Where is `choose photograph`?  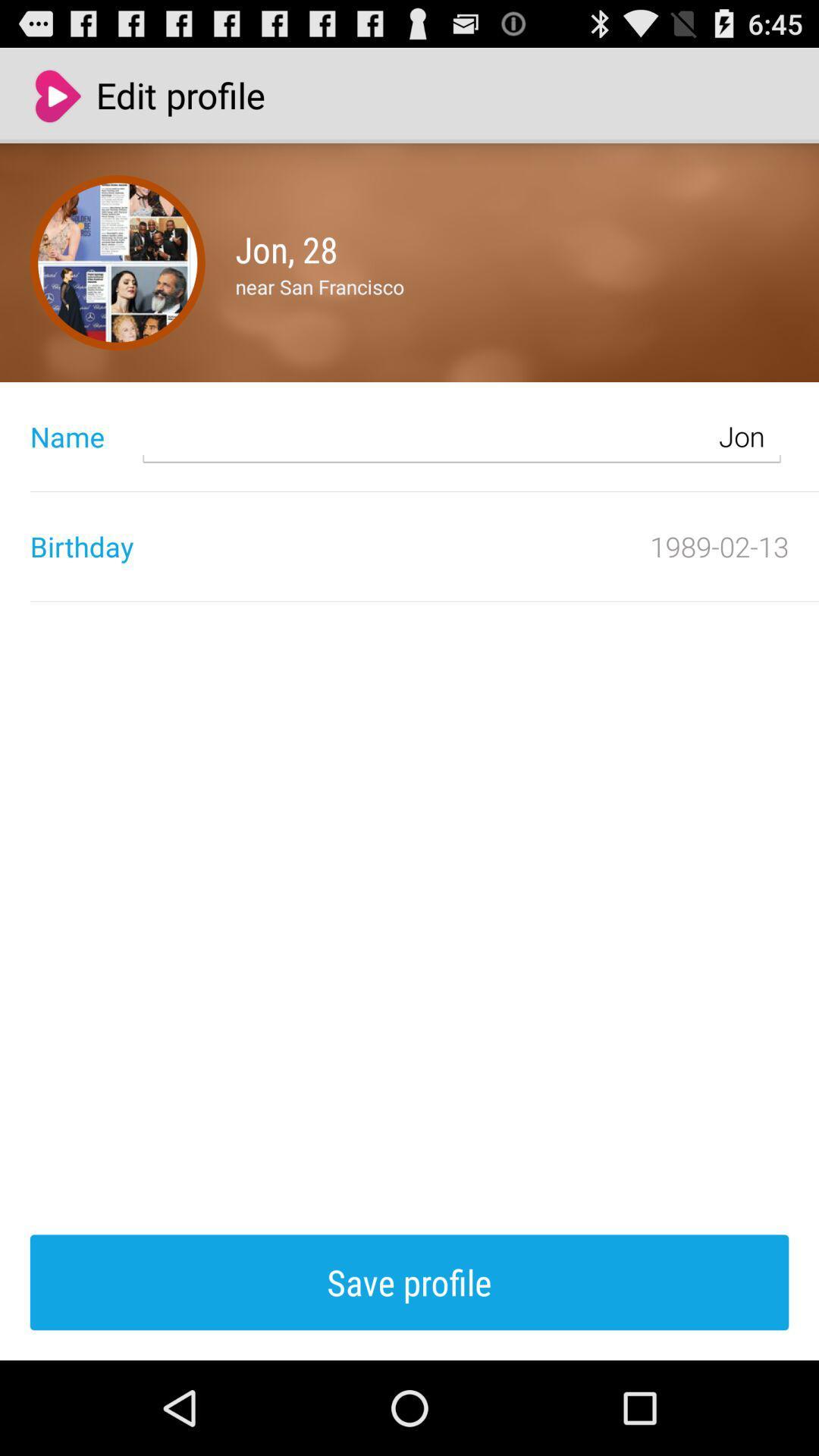 choose photograph is located at coordinates (117, 262).